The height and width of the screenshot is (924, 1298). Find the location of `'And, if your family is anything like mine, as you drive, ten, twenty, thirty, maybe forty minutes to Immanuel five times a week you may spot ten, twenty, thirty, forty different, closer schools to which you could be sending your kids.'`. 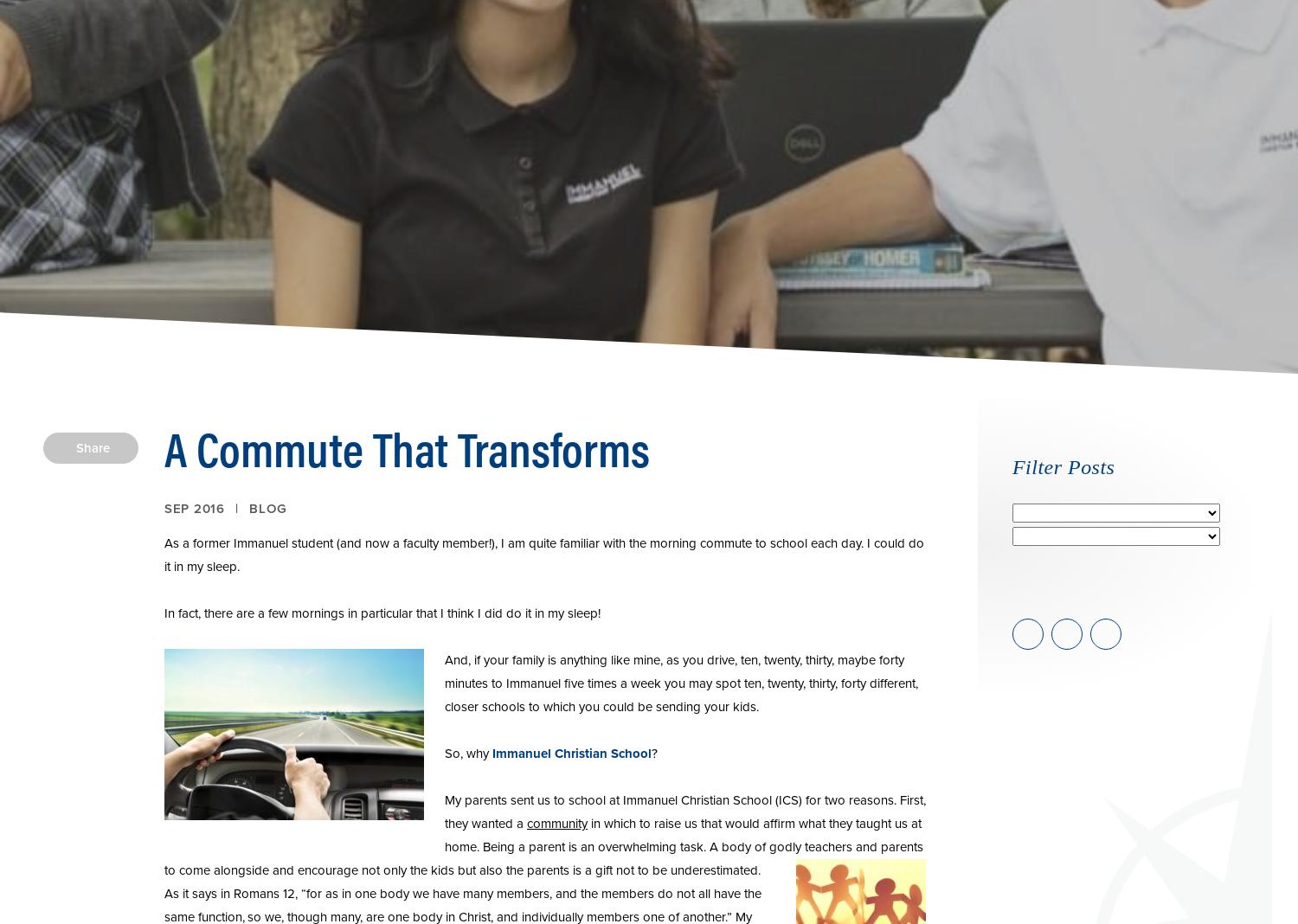

'And, if your family is anything like mine, as you drive, ten, twenty, thirty, maybe forty minutes to Immanuel five times a week you may spot ten, twenty, thirty, forty different, closer schools to which you could be sending your kids.' is located at coordinates (444, 683).